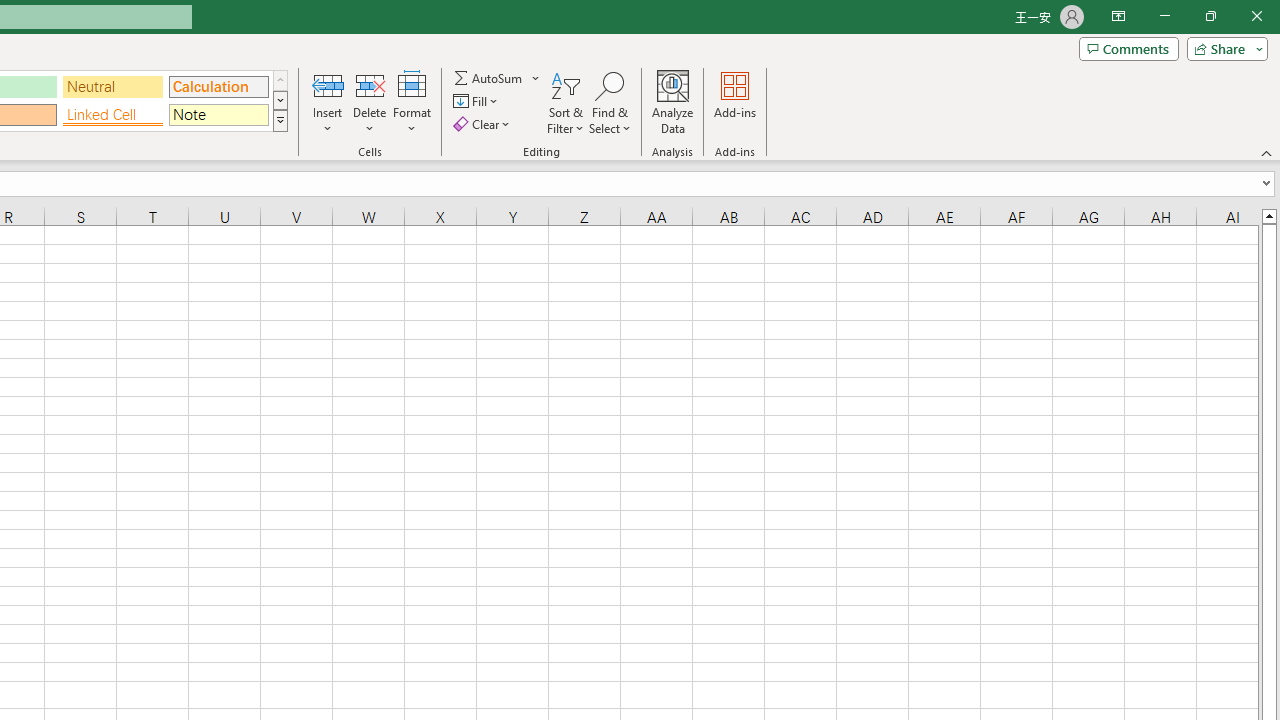  I want to click on 'Delete', so click(369, 103).